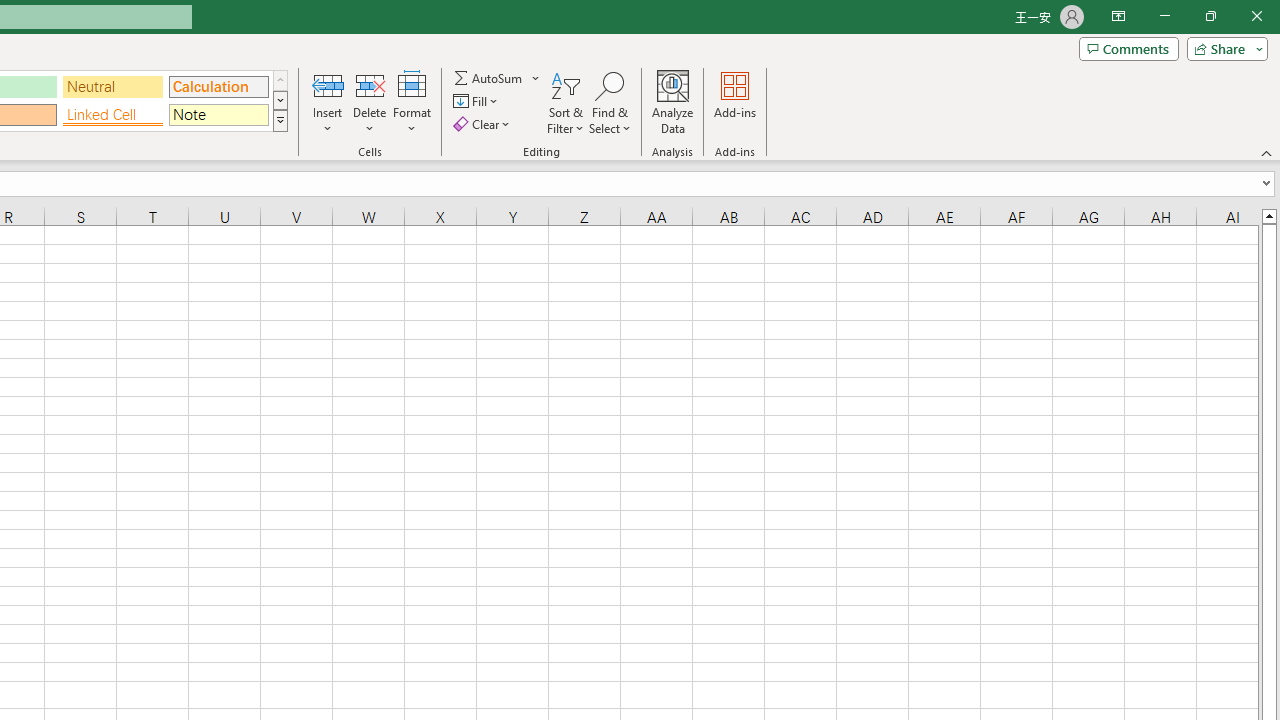  I want to click on 'Delete', so click(369, 103).